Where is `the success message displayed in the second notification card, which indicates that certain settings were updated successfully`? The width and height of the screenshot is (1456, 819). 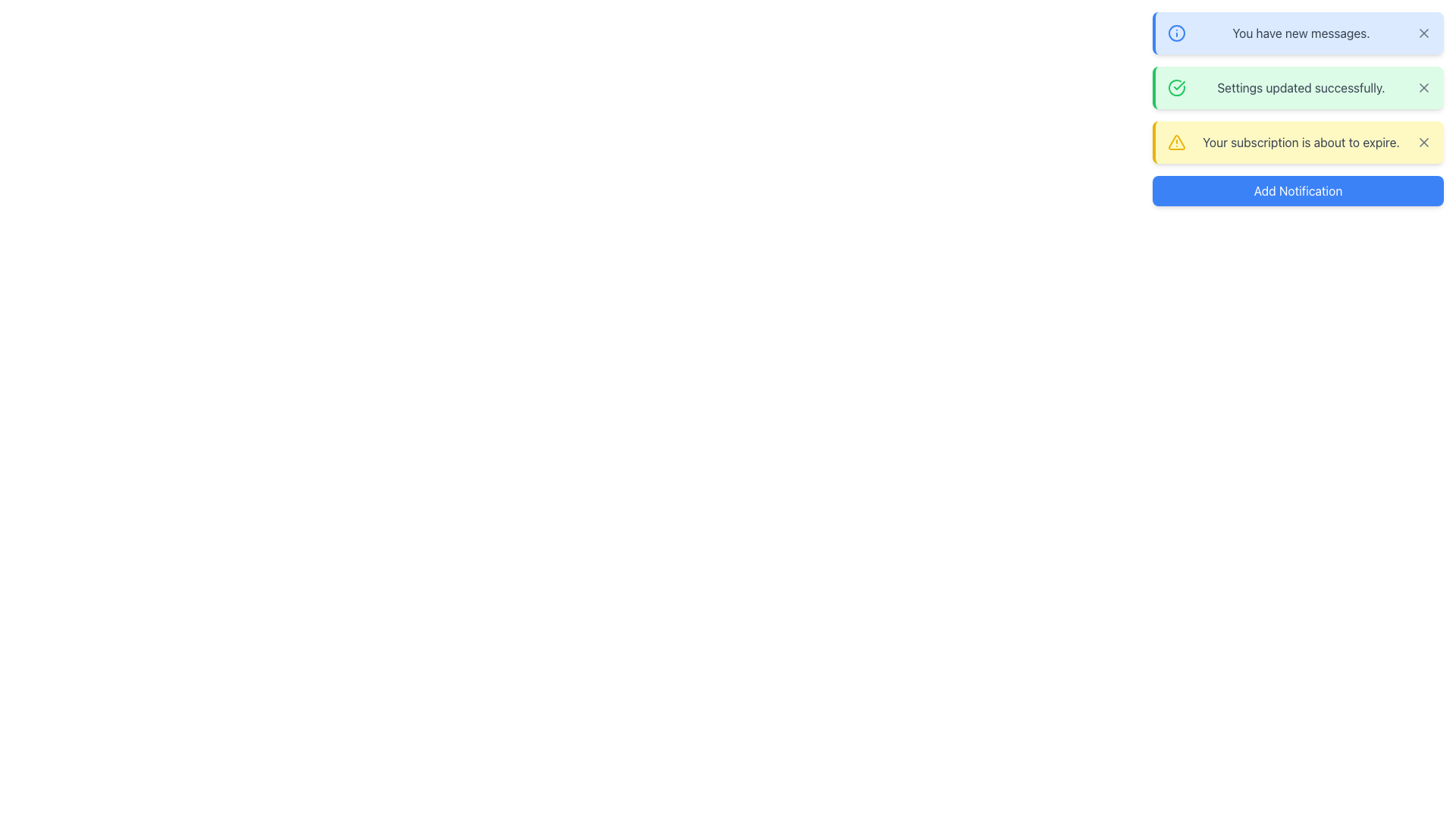 the success message displayed in the second notification card, which indicates that certain settings were updated successfully is located at coordinates (1301, 87).